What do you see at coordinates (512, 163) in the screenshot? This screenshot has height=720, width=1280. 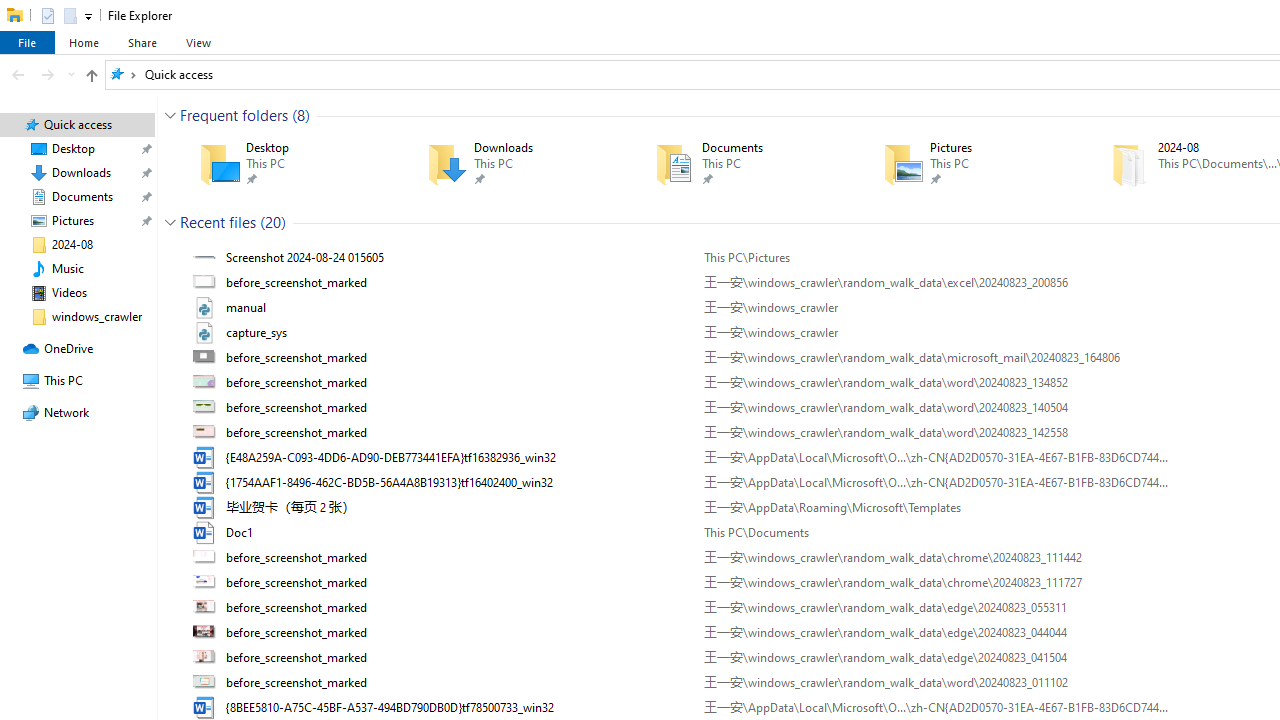 I see `'Downloads'` at bounding box center [512, 163].